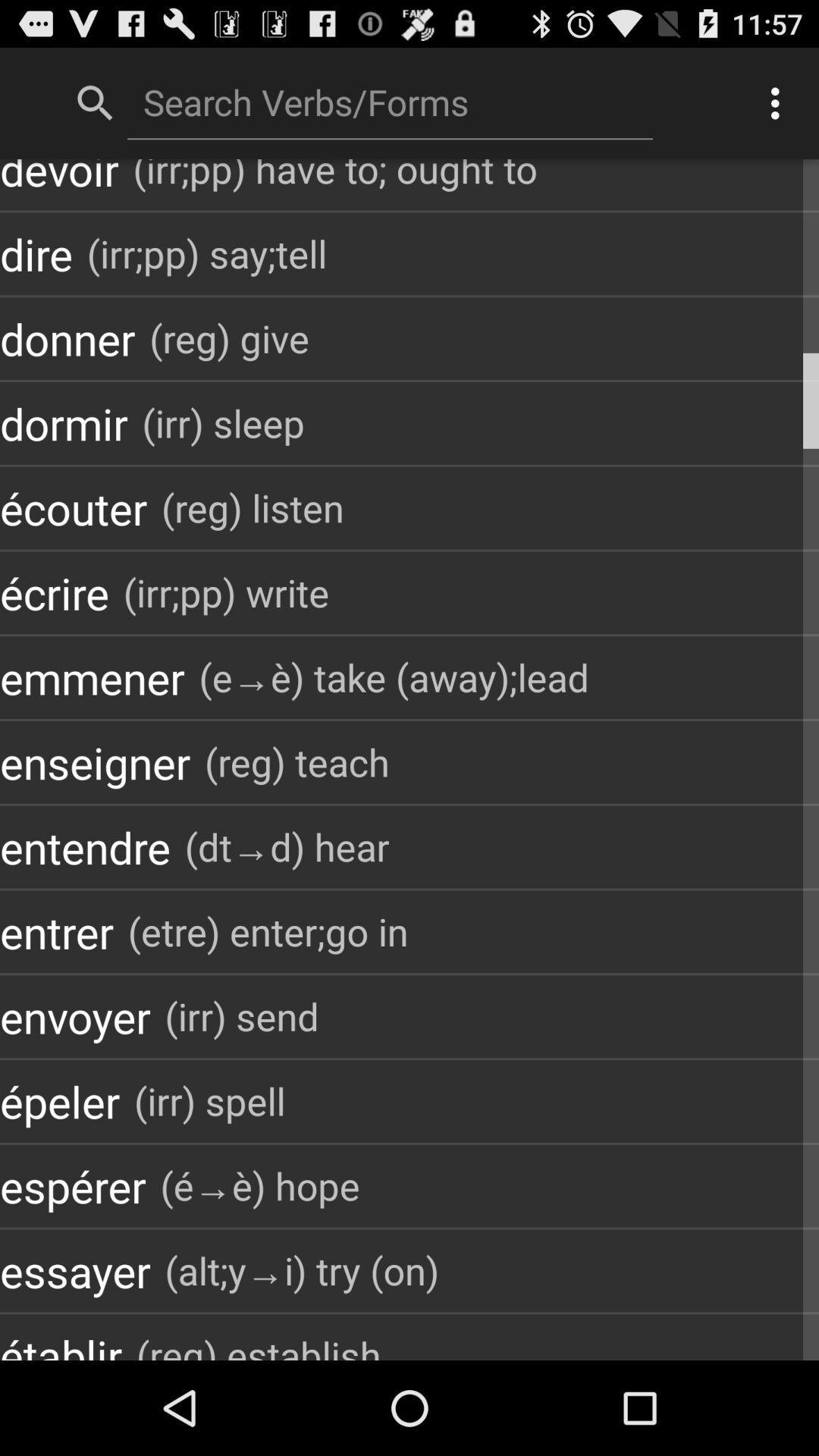 The height and width of the screenshot is (1456, 819). I want to click on item below the entendre icon, so click(267, 930).